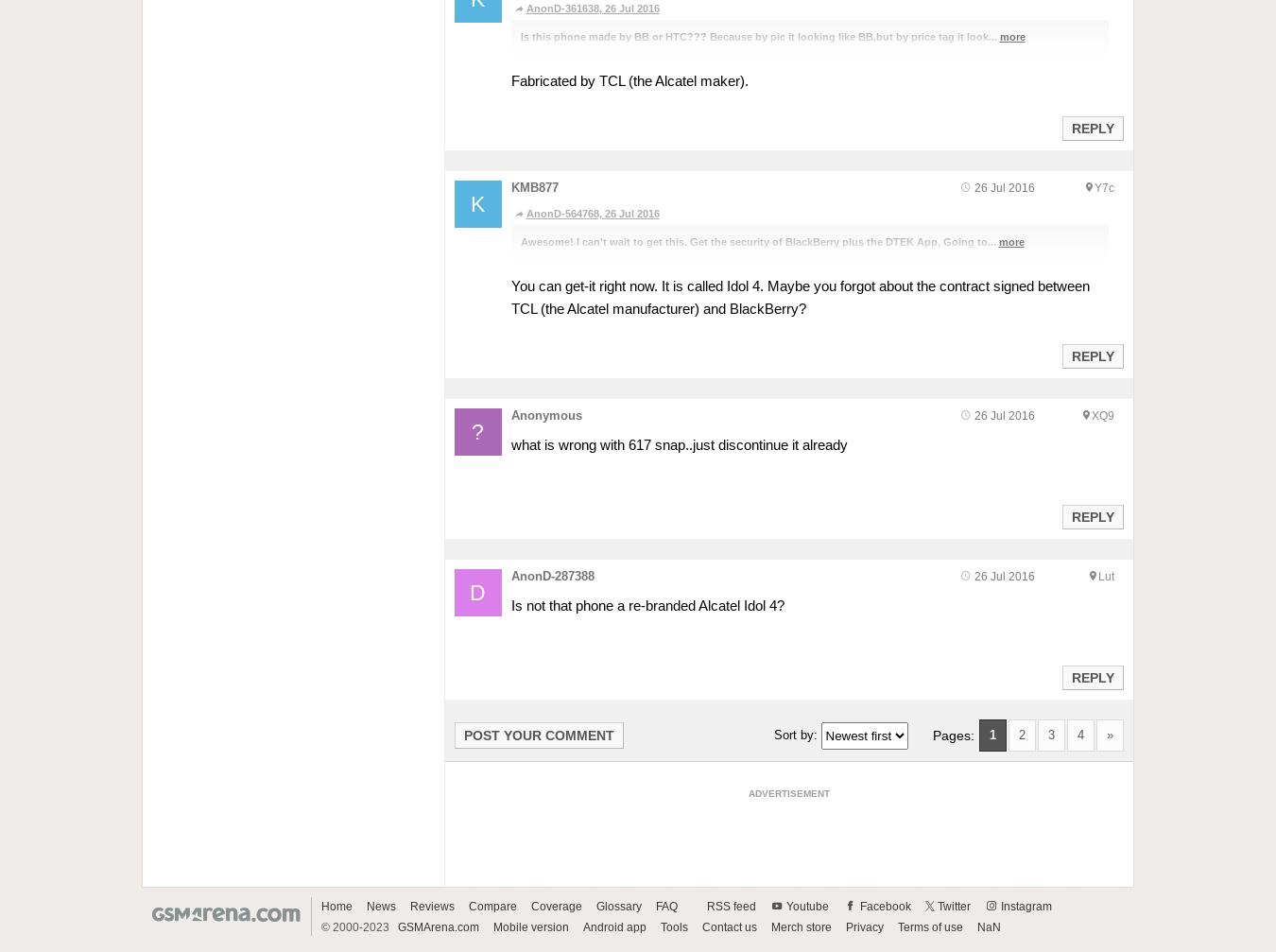 The image size is (1276, 952). Describe the element at coordinates (380, 904) in the screenshot. I see `'News'` at that location.